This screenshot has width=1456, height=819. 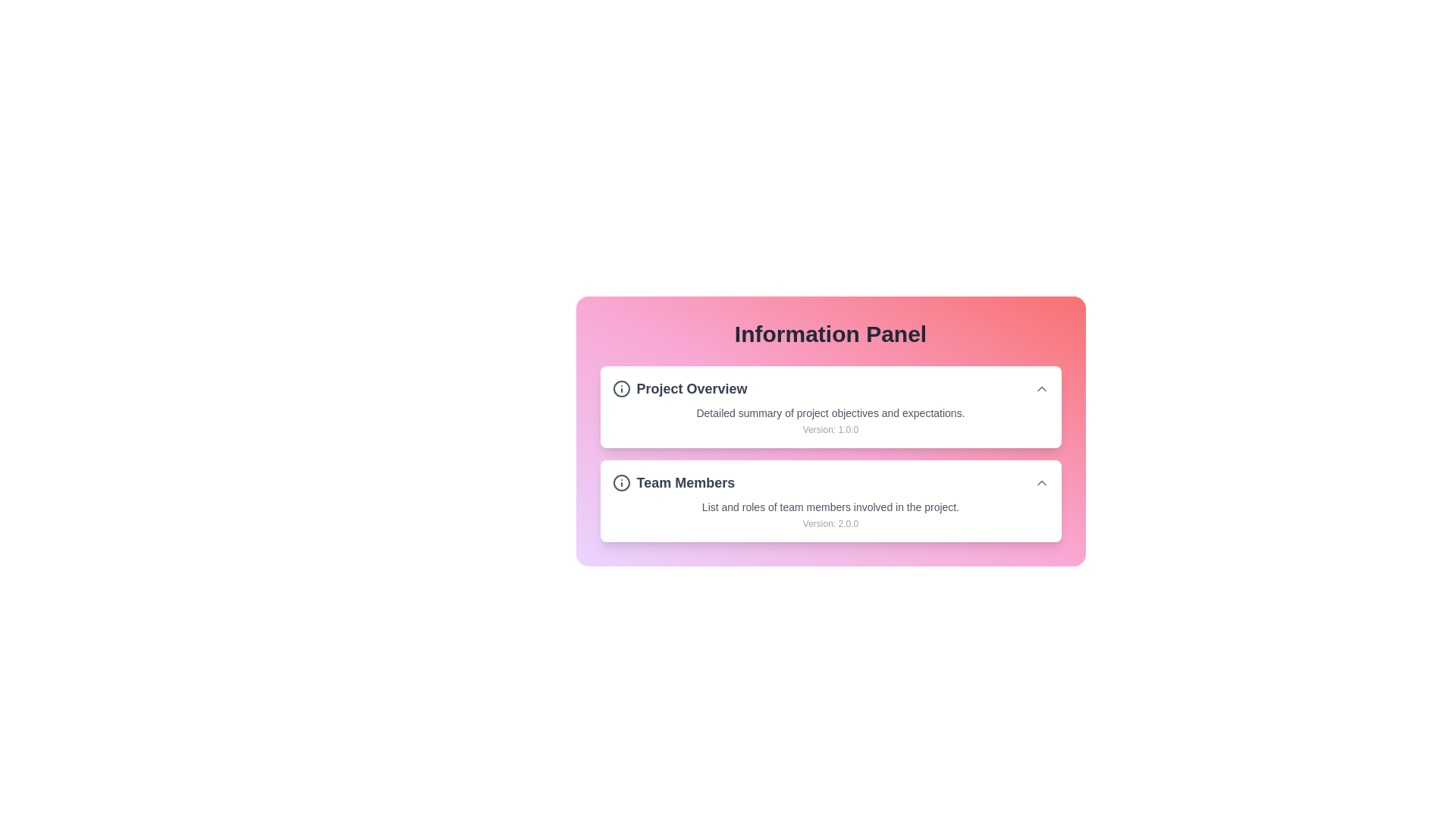 What do you see at coordinates (621, 482) in the screenshot?
I see `the icon located to the left of the 'Team Members' section header, which serves as a visual indicator for additional information related to the section` at bounding box center [621, 482].